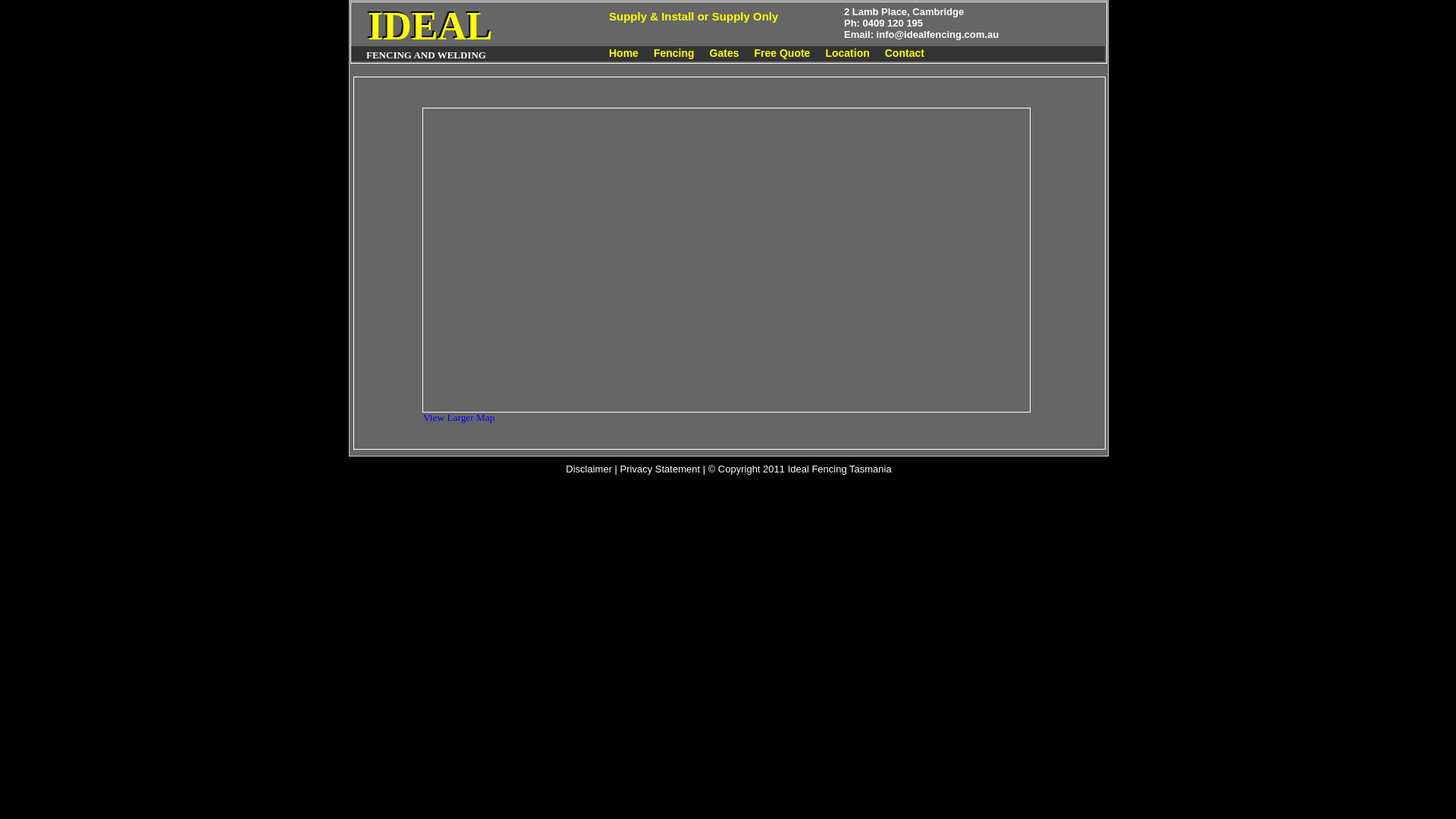 The width and height of the screenshot is (1456, 819). I want to click on 'Free Quote', so click(782, 52).